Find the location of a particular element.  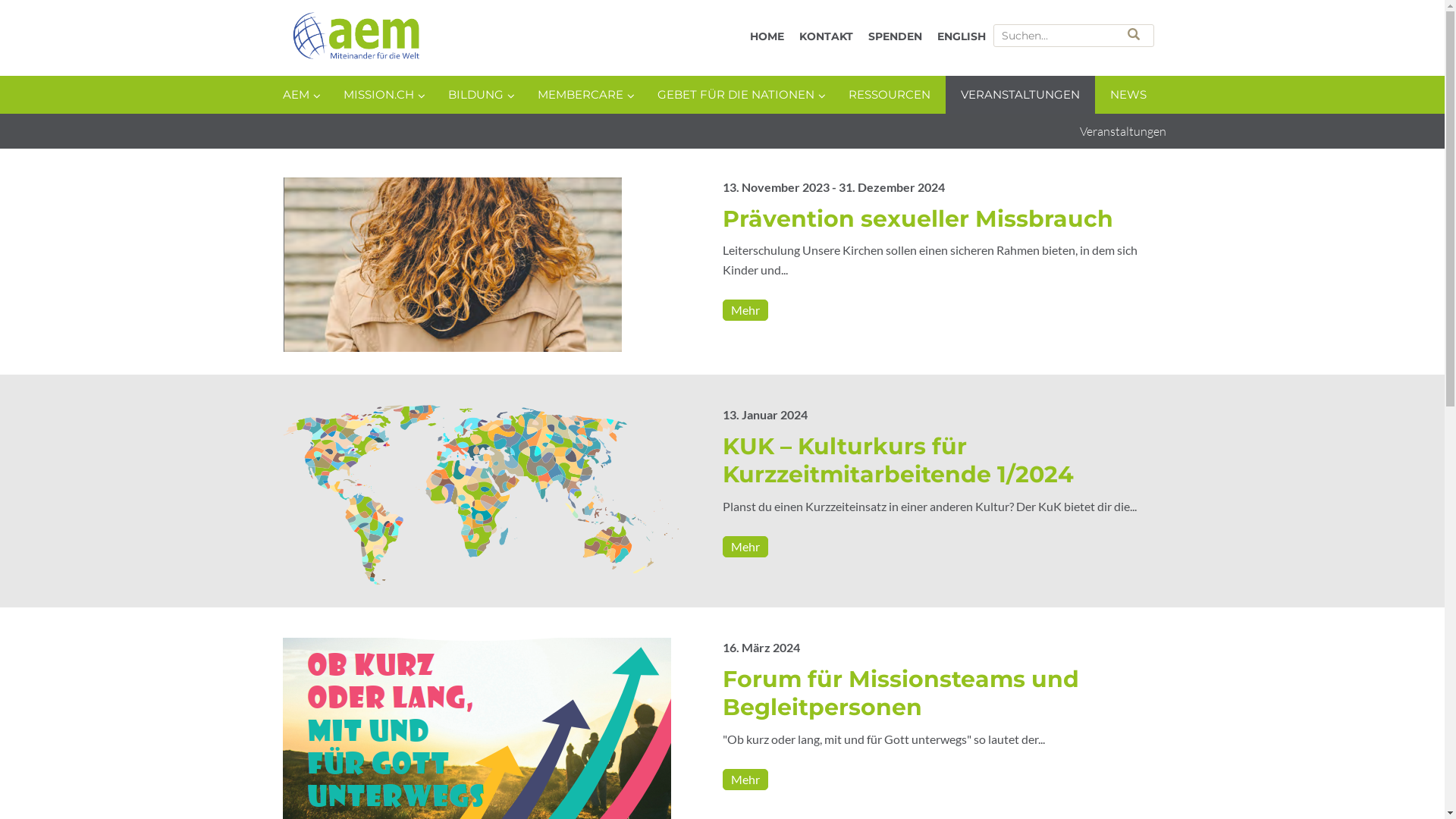

'NEWS' is located at coordinates (1128, 94).